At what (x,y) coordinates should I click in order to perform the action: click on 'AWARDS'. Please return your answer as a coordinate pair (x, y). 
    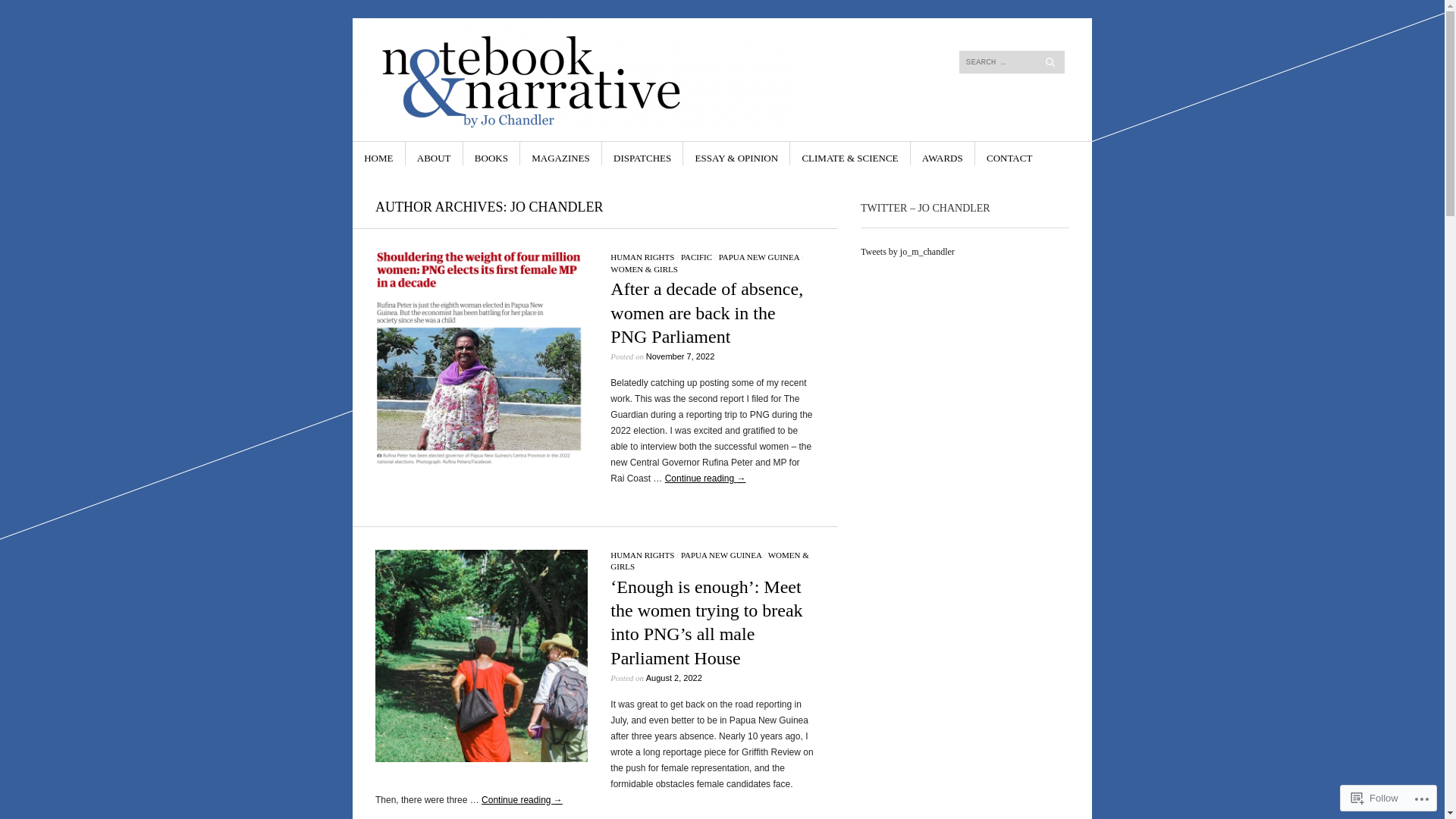
    Looking at the image, I should click on (942, 153).